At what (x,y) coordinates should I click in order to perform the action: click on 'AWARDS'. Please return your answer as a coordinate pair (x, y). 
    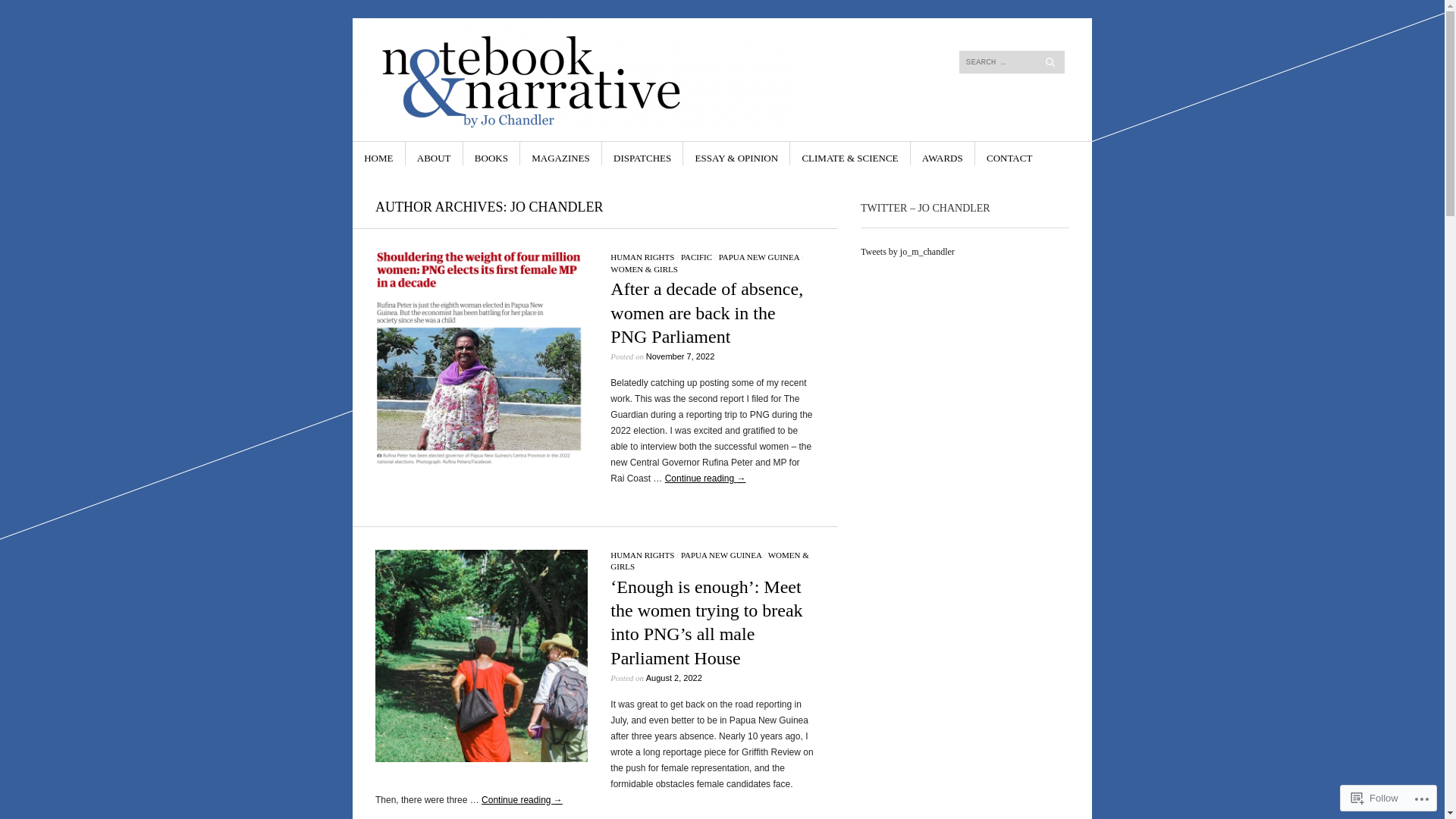
    Looking at the image, I should click on (942, 153).